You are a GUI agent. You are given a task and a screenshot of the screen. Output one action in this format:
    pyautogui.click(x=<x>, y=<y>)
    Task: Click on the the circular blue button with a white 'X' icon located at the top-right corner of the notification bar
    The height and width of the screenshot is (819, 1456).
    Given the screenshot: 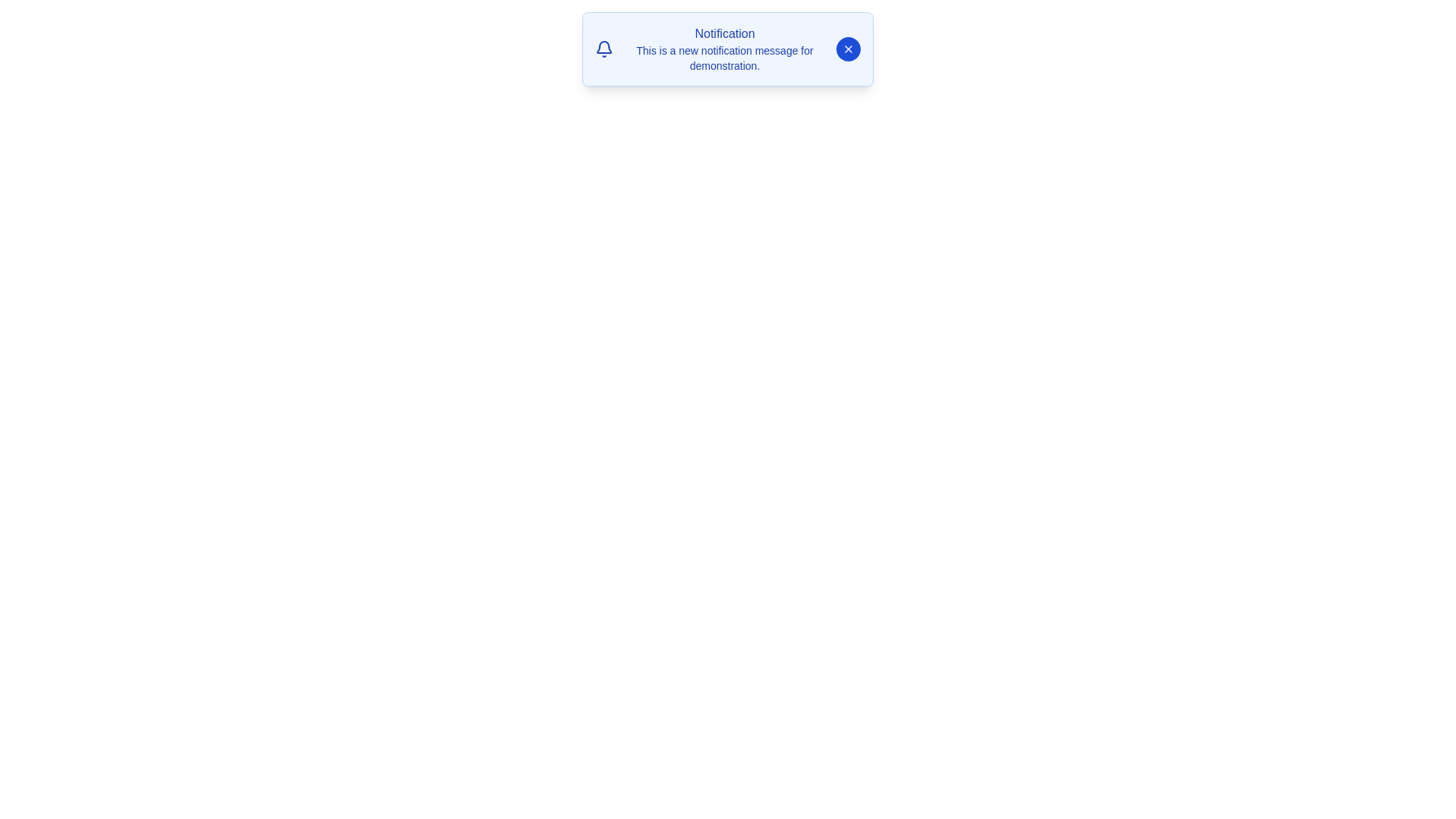 What is the action you would take?
    pyautogui.click(x=847, y=49)
    